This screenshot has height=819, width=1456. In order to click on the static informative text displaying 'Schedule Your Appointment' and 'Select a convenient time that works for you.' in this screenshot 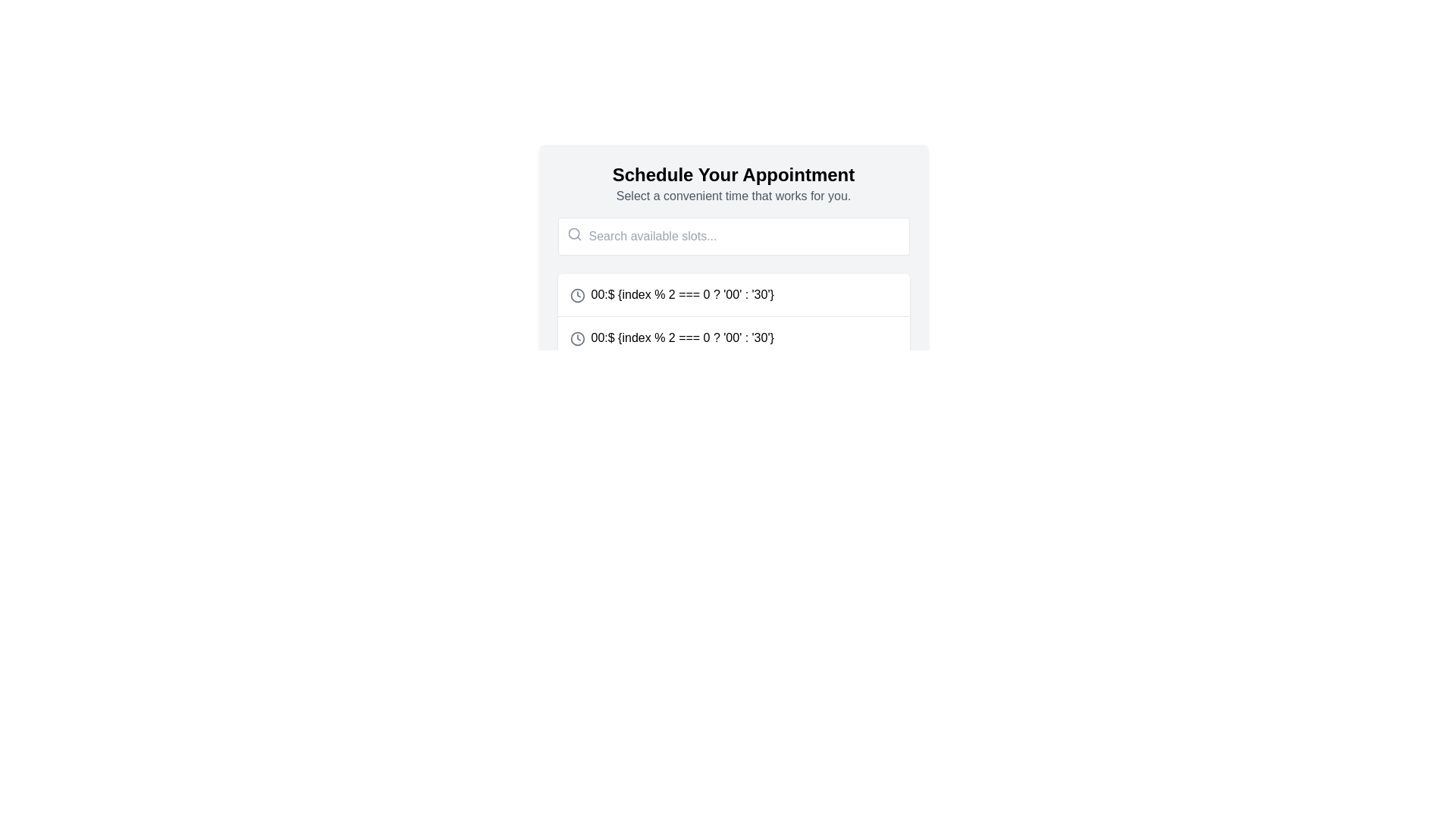, I will do `click(733, 184)`.